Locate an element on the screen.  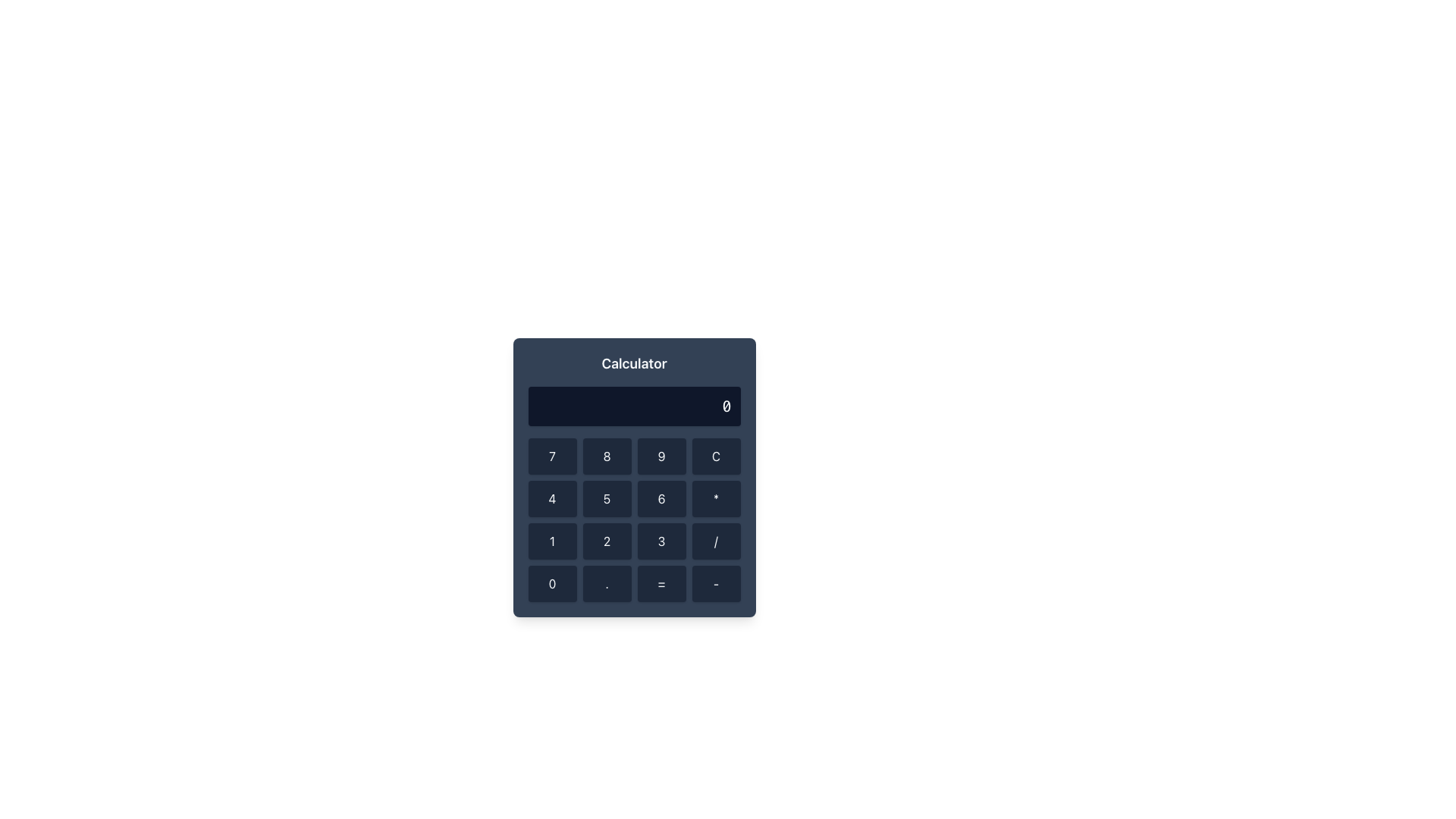
the calculator key button for number '8' to input '8' into the calculator's display is located at coordinates (607, 455).